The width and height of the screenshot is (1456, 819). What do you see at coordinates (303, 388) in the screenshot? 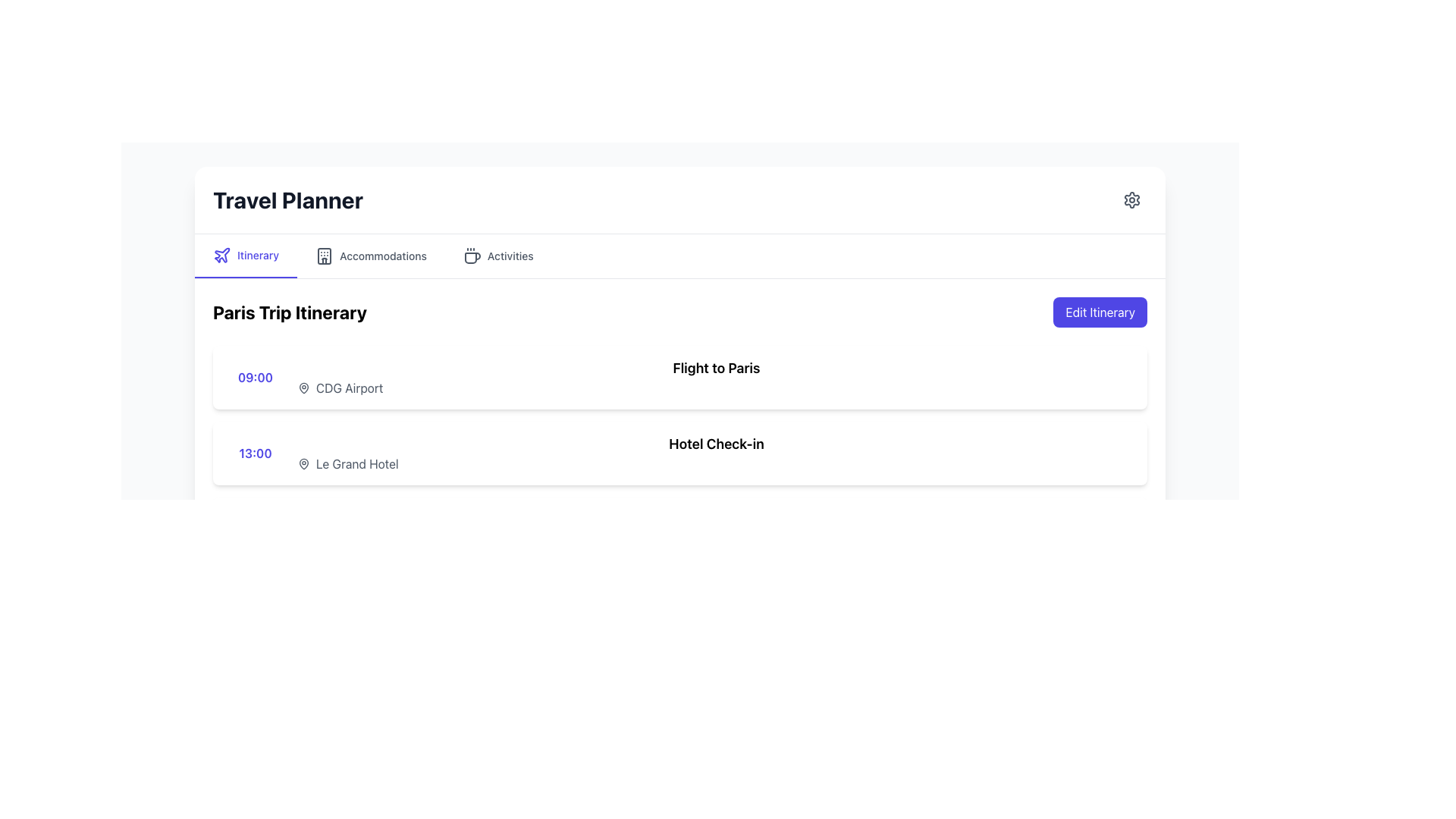
I see `the geographic location icon next to the 'CDG Airport' text in the 'Paris Trip Itinerary' section, specifically for the '09:00 CDG Airport' entry` at bounding box center [303, 388].